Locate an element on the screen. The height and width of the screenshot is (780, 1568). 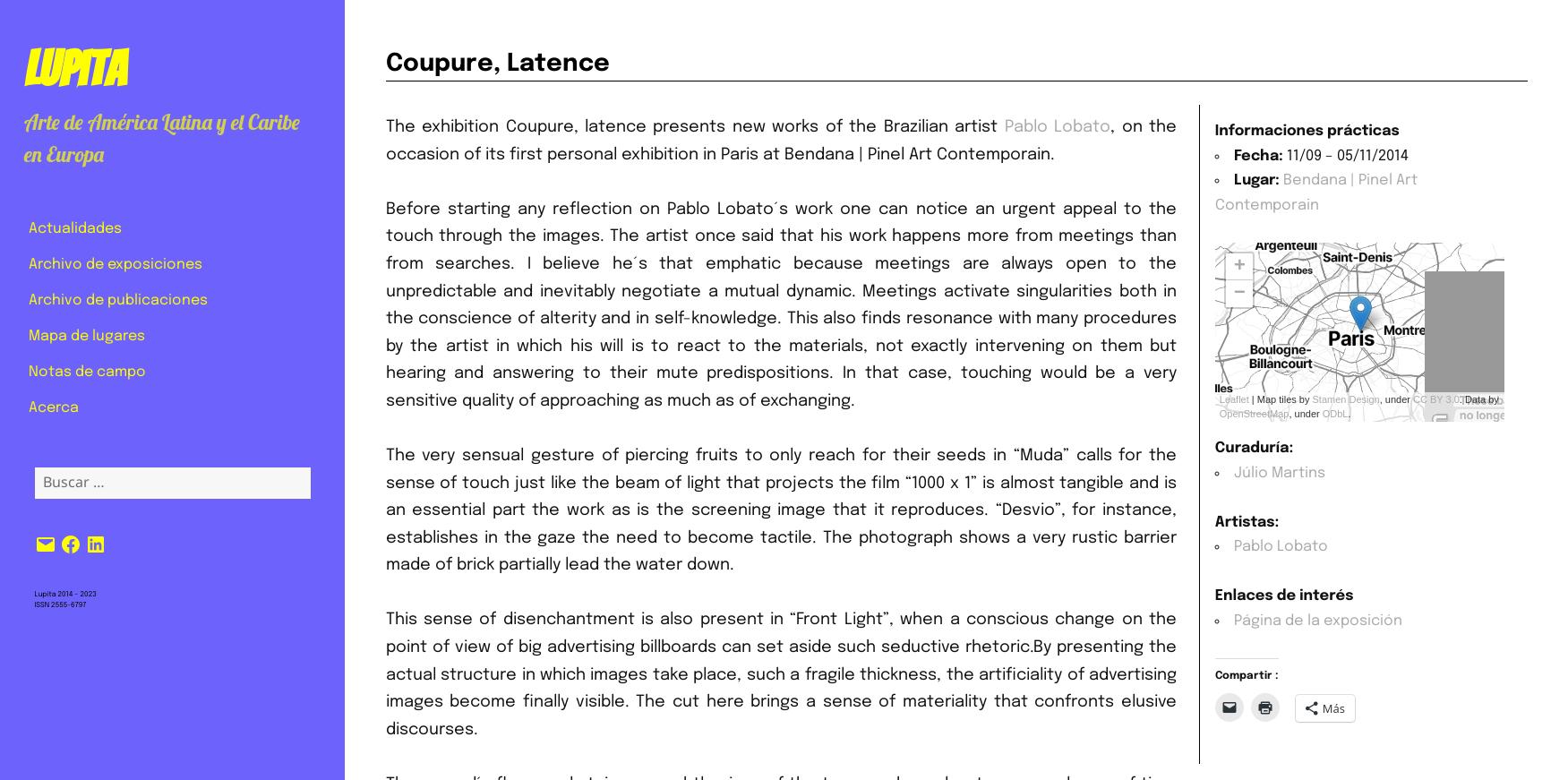
'The very sensual gesture of piercing fruits to only reach for their seeds in “Muda” calls for the sense of touch just like the beam of light that projects the film “1000 x 1” is almost tangible and is an essential part the work as is the screening image that it reproduces. “Desvio”, for instance, establishes in the gaze the need to become tactile. The photograph shows a very rustic barrier made of brick partially lead the water down.' is located at coordinates (780, 510).